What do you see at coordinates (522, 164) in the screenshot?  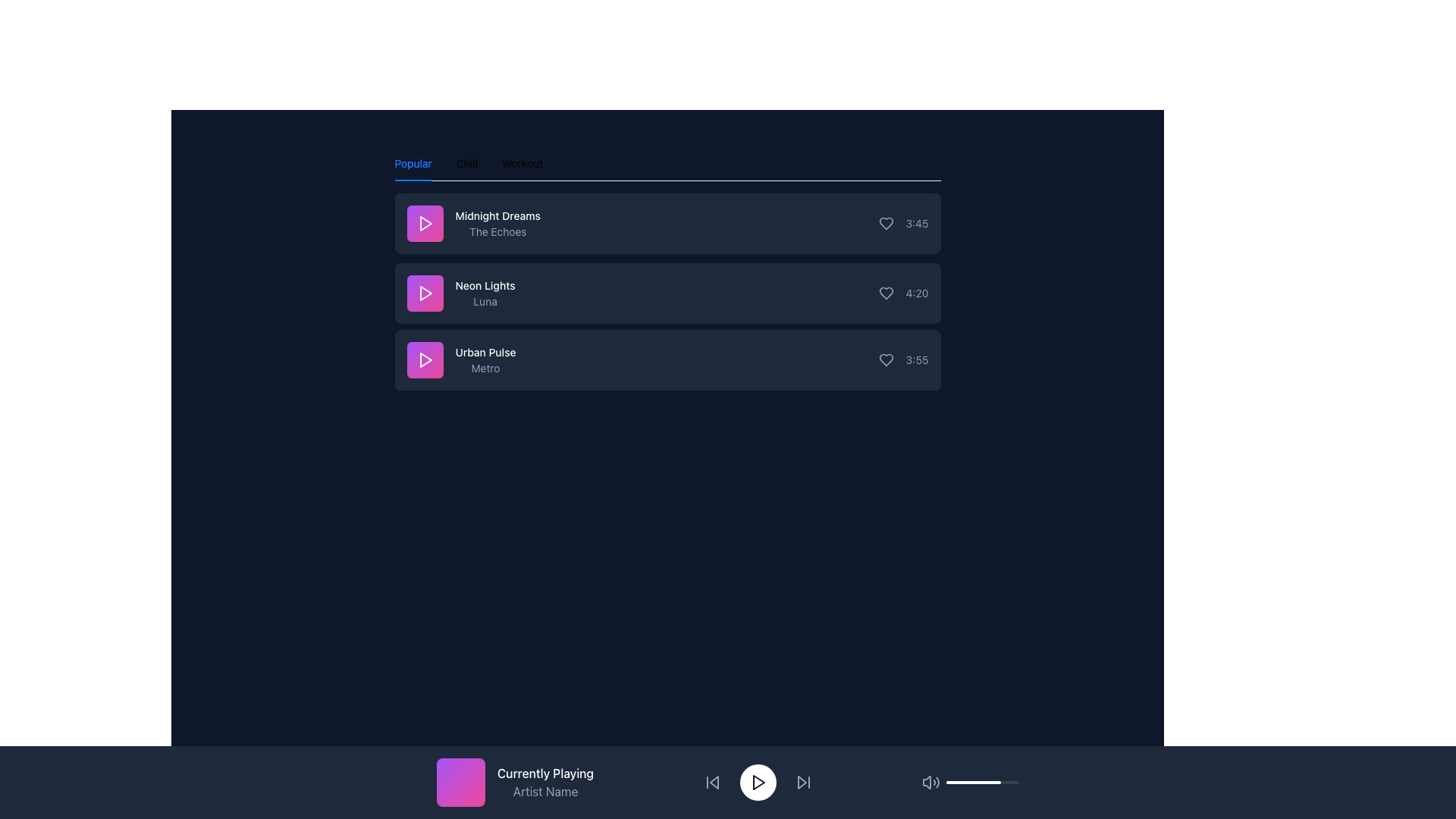 I see `the 'Workout' tab, which is the third tab in a horizontal list` at bounding box center [522, 164].